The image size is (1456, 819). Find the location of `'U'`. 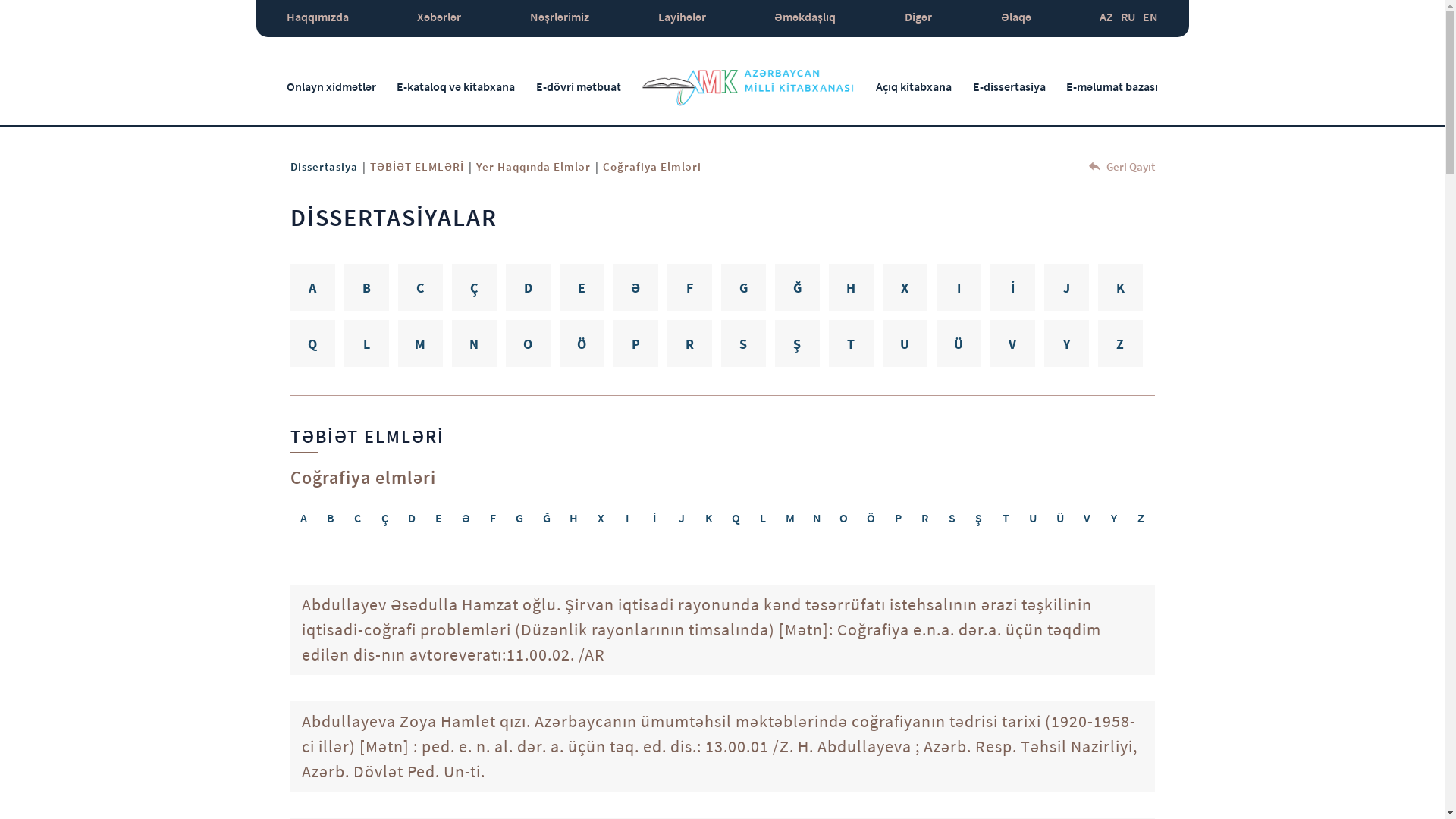

'U' is located at coordinates (905, 343).